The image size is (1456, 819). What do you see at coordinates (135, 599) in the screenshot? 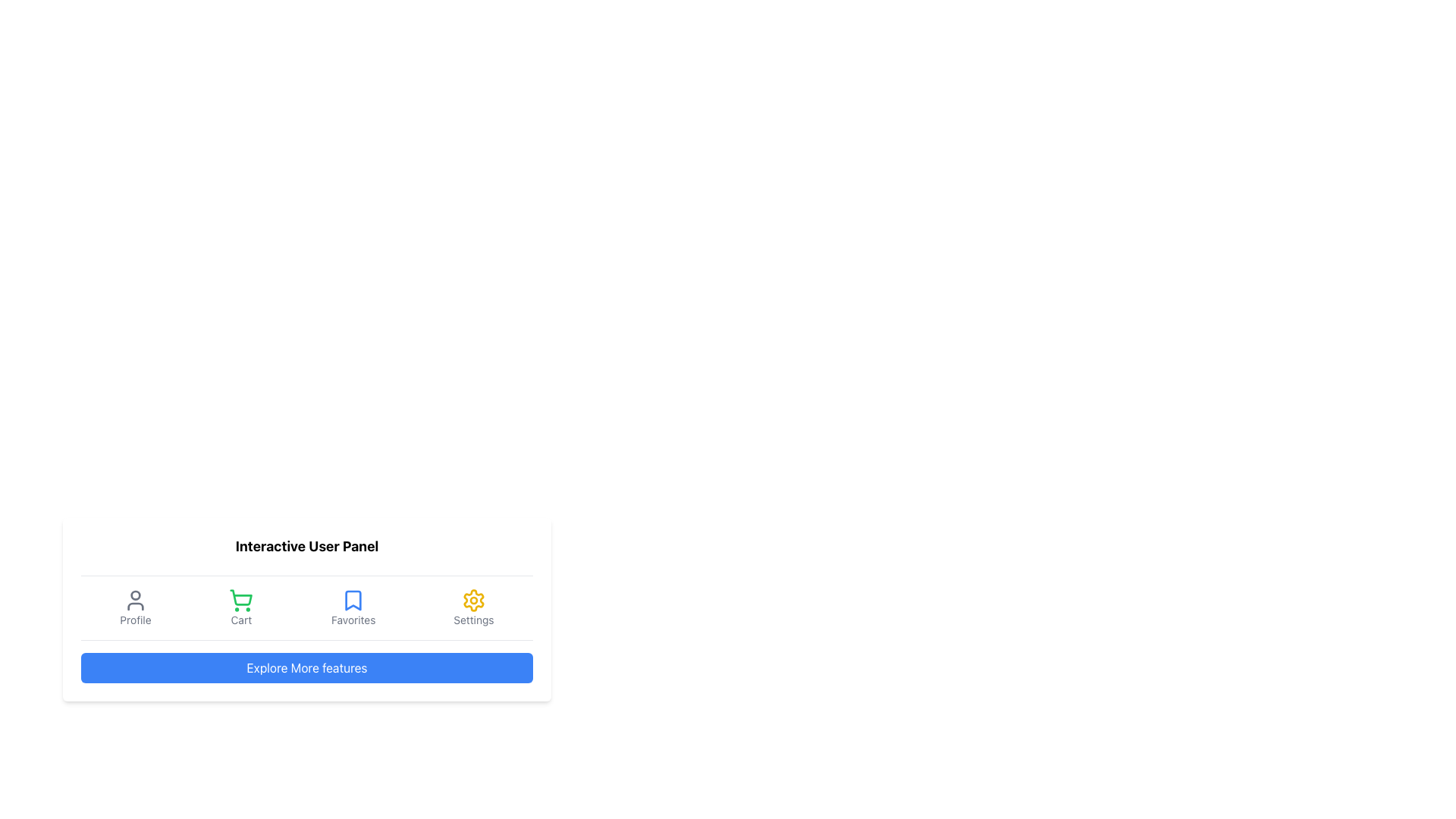
I see `the profile icon, which is a simplified user silhouette with a circular head and semi-circular body` at bounding box center [135, 599].